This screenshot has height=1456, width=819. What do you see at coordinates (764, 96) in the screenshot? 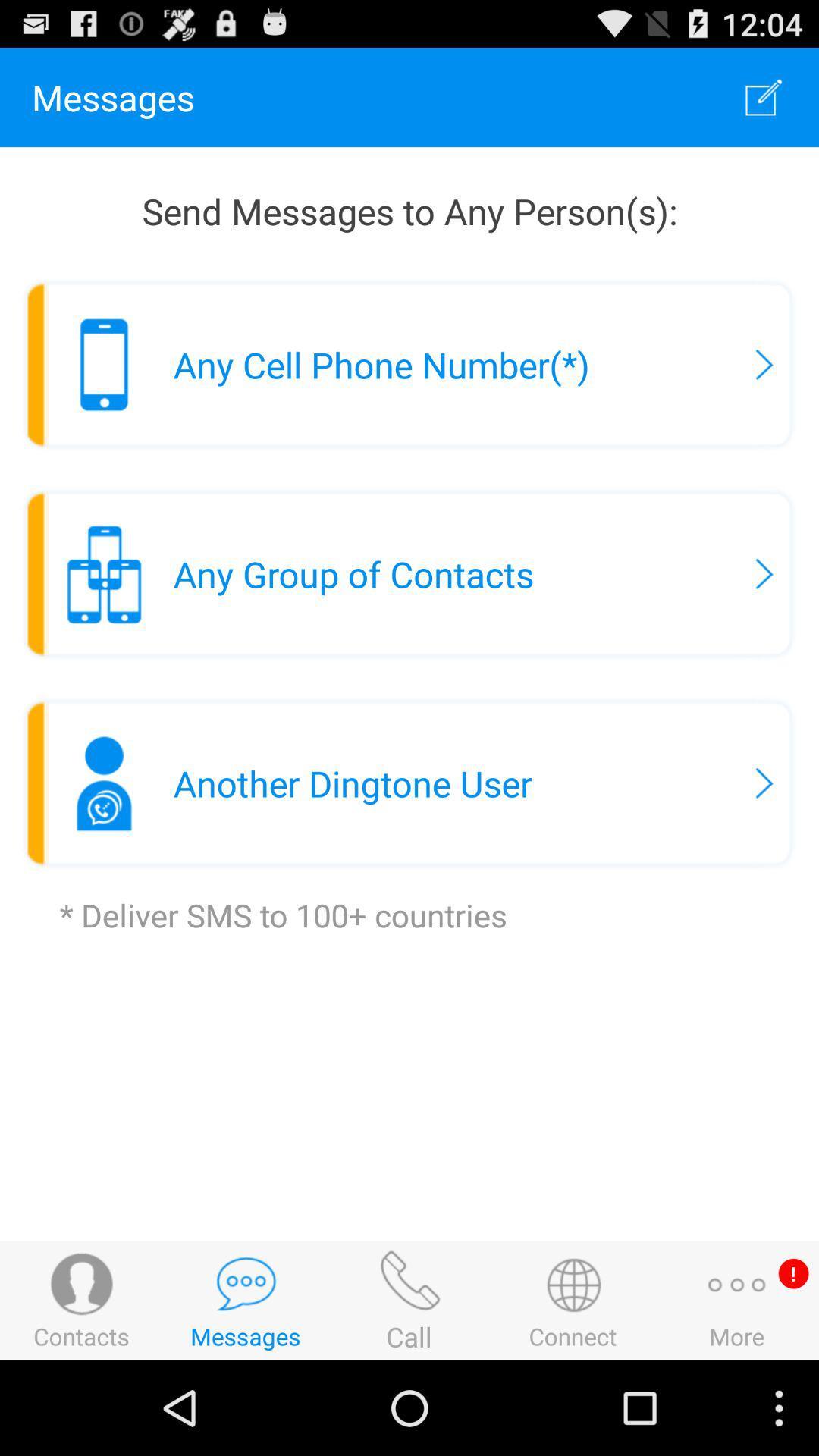
I see `write message` at bounding box center [764, 96].